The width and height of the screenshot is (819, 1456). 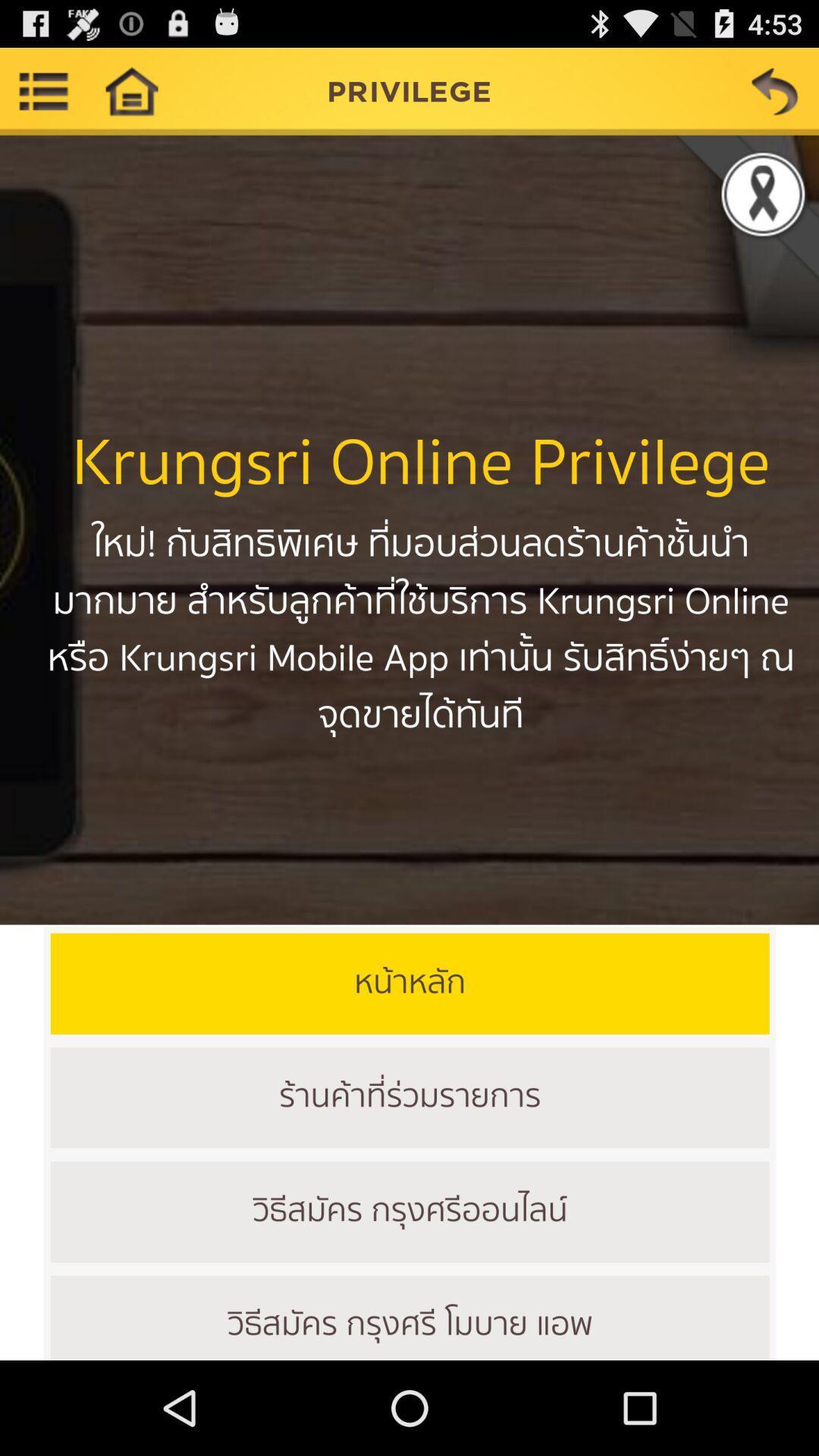 What do you see at coordinates (42, 90) in the screenshot?
I see `more details` at bounding box center [42, 90].